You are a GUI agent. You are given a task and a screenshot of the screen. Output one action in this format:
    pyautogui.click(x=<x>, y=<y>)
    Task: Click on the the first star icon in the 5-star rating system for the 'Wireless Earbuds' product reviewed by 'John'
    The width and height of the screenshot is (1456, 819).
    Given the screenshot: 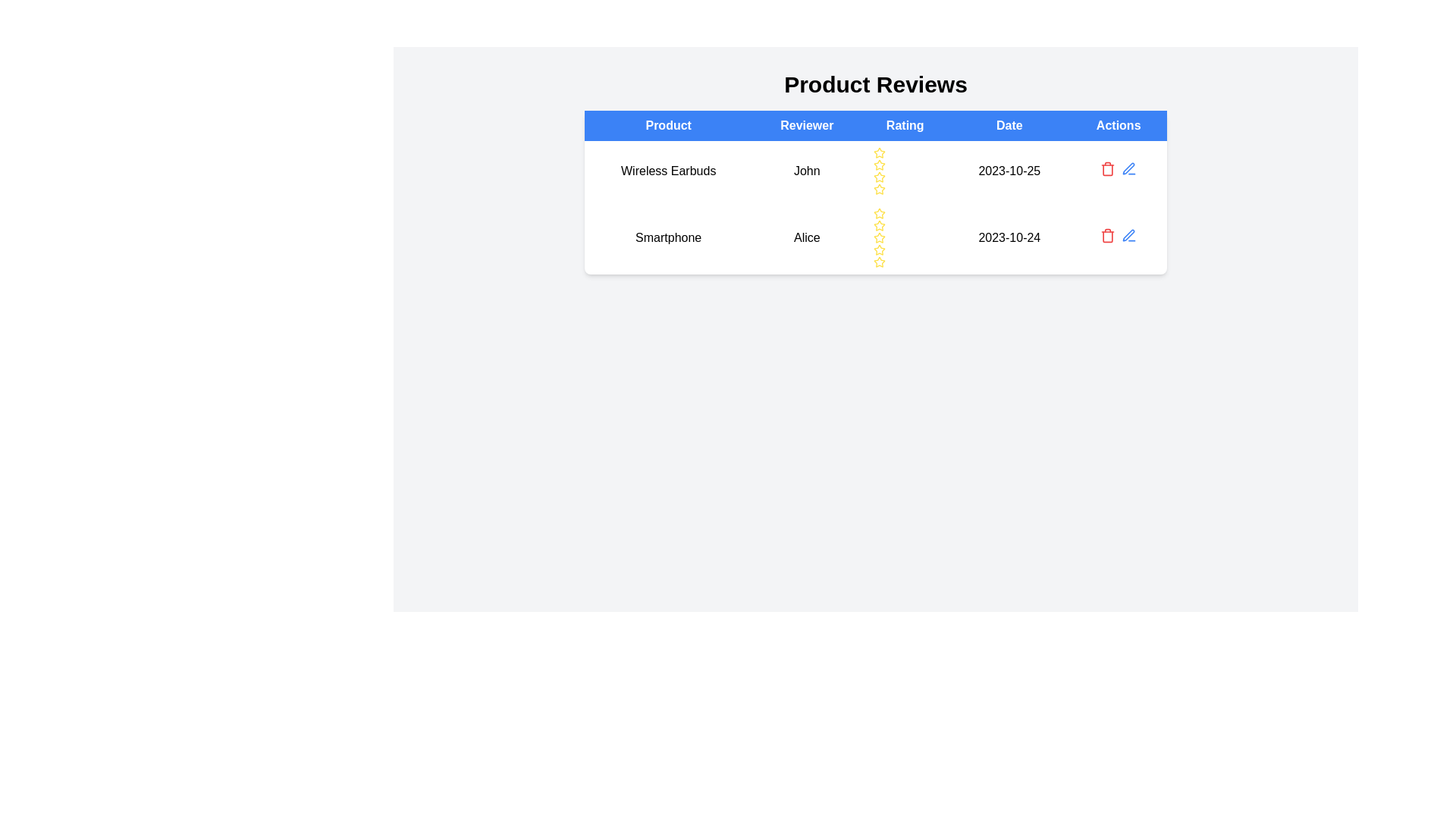 What is the action you would take?
    pyautogui.click(x=880, y=165)
    